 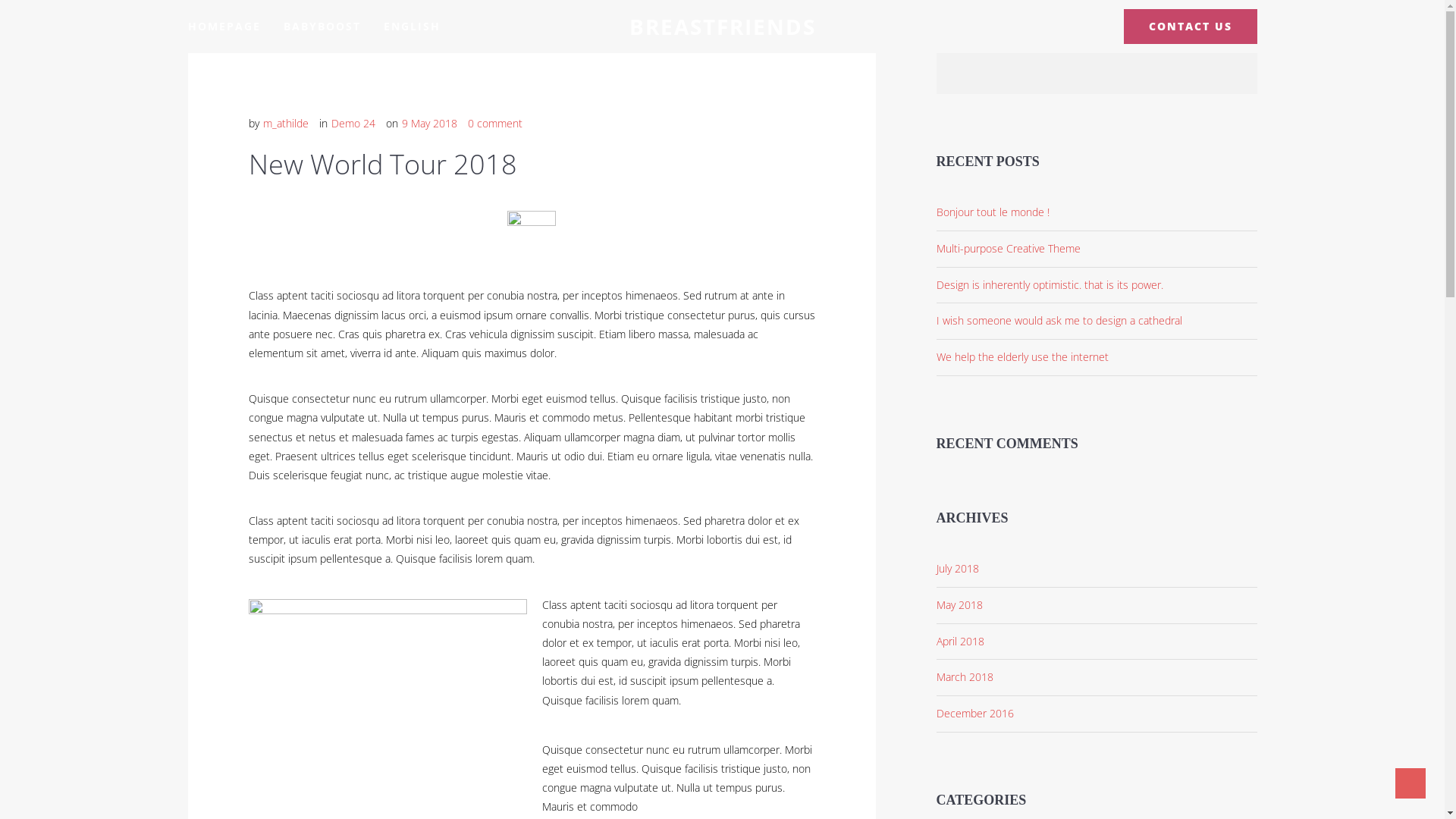 What do you see at coordinates (224, 26) in the screenshot?
I see `'HOMEPAGE'` at bounding box center [224, 26].